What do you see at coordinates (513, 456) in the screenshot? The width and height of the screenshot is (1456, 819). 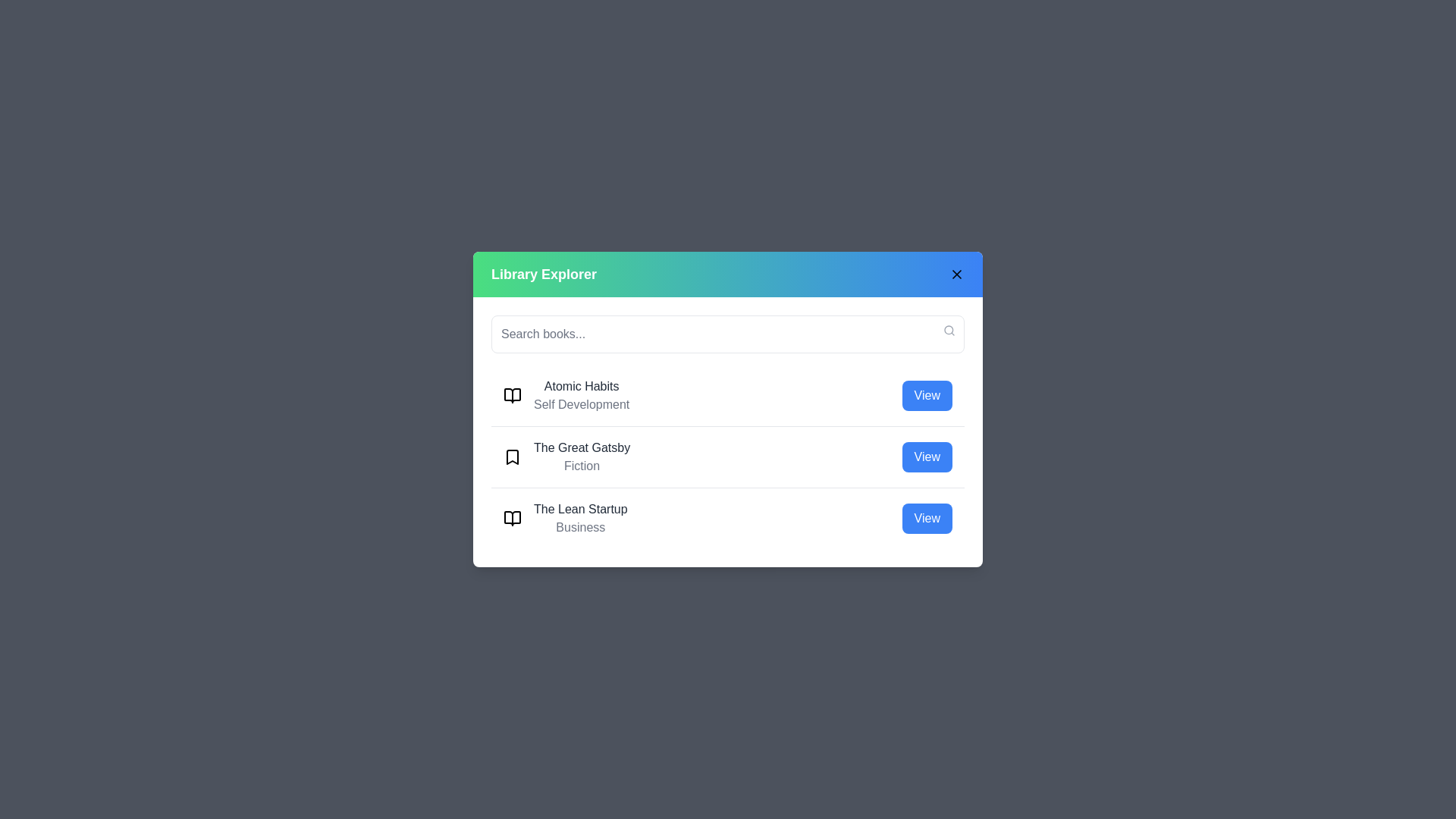 I see `the book icon for The Great Gatsby to interact with it` at bounding box center [513, 456].